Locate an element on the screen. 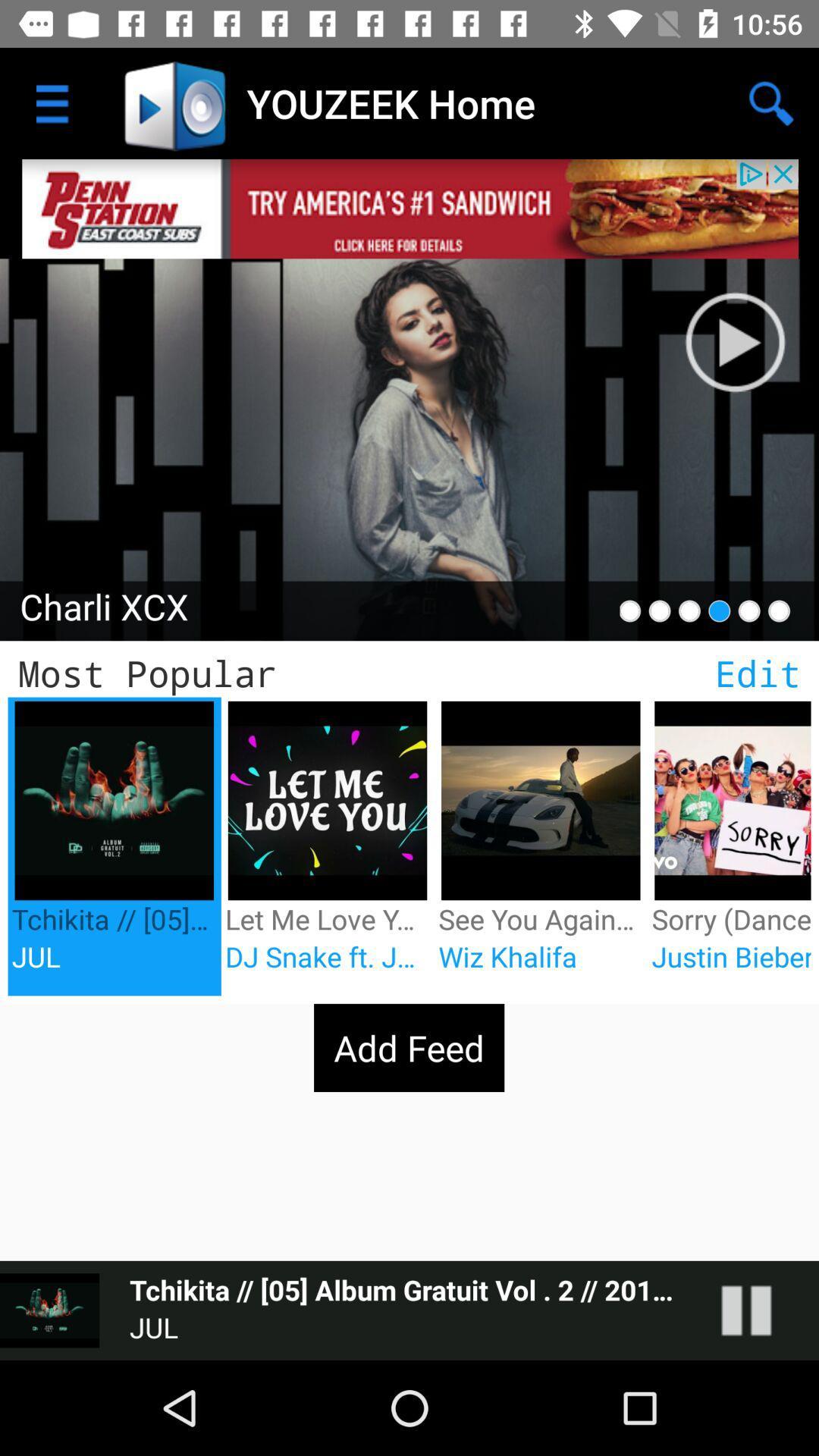  music is located at coordinates (751, 325).